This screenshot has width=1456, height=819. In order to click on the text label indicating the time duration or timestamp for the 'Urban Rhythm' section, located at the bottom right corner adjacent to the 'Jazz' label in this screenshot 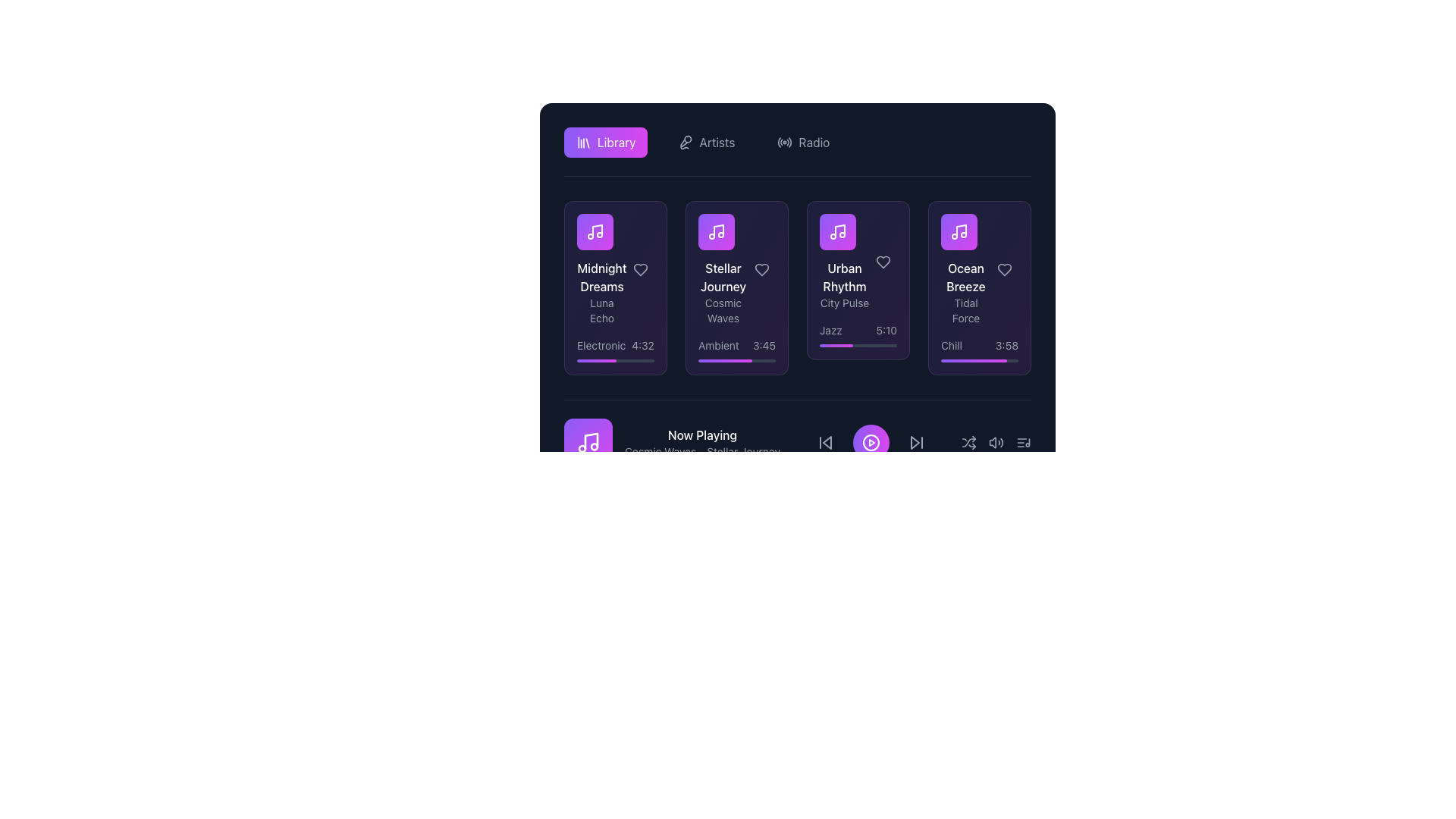, I will do `click(886, 329)`.